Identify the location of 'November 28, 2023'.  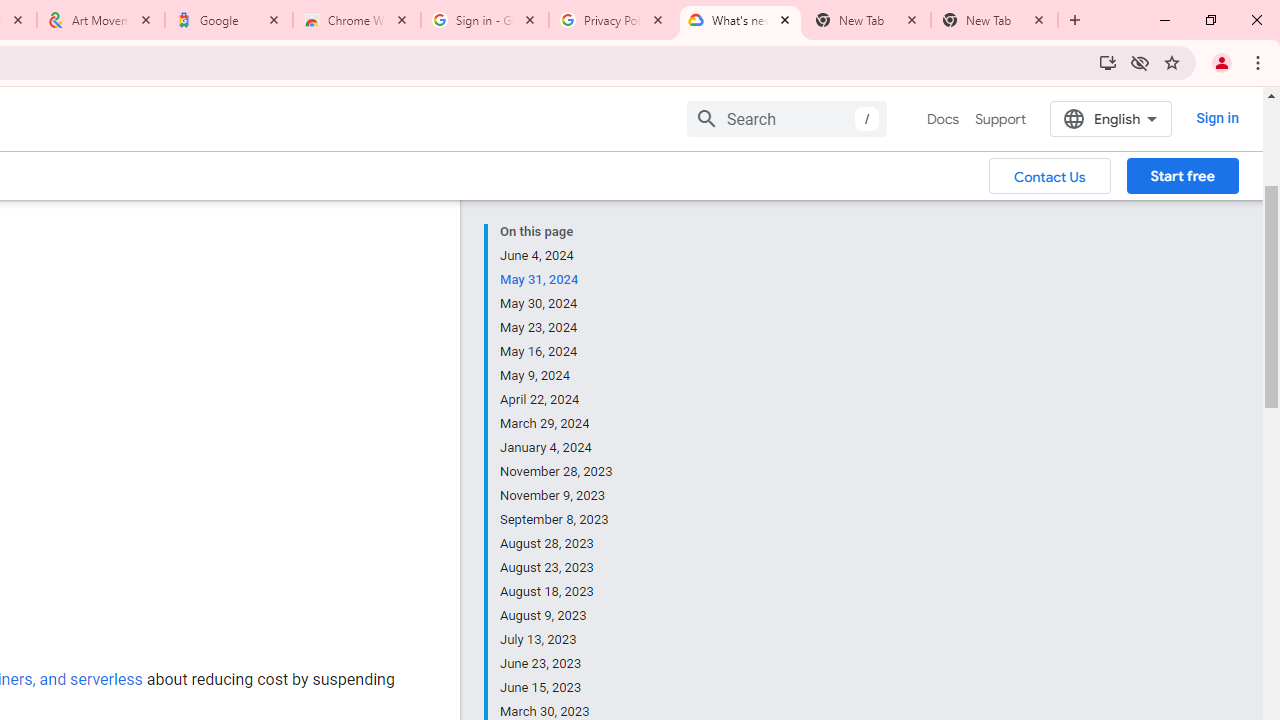
(557, 471).